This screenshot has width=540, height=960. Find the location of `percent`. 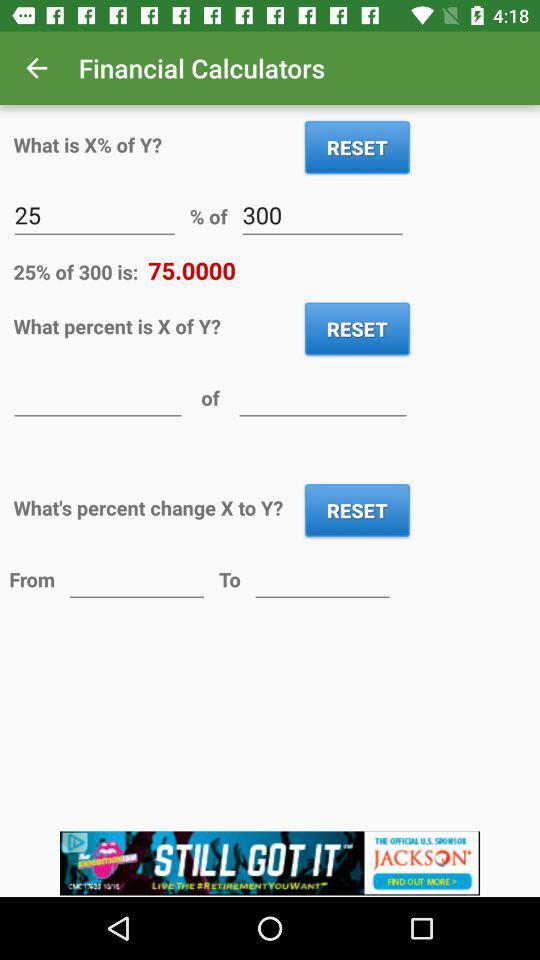

percent is located at coordinates (97, 396).